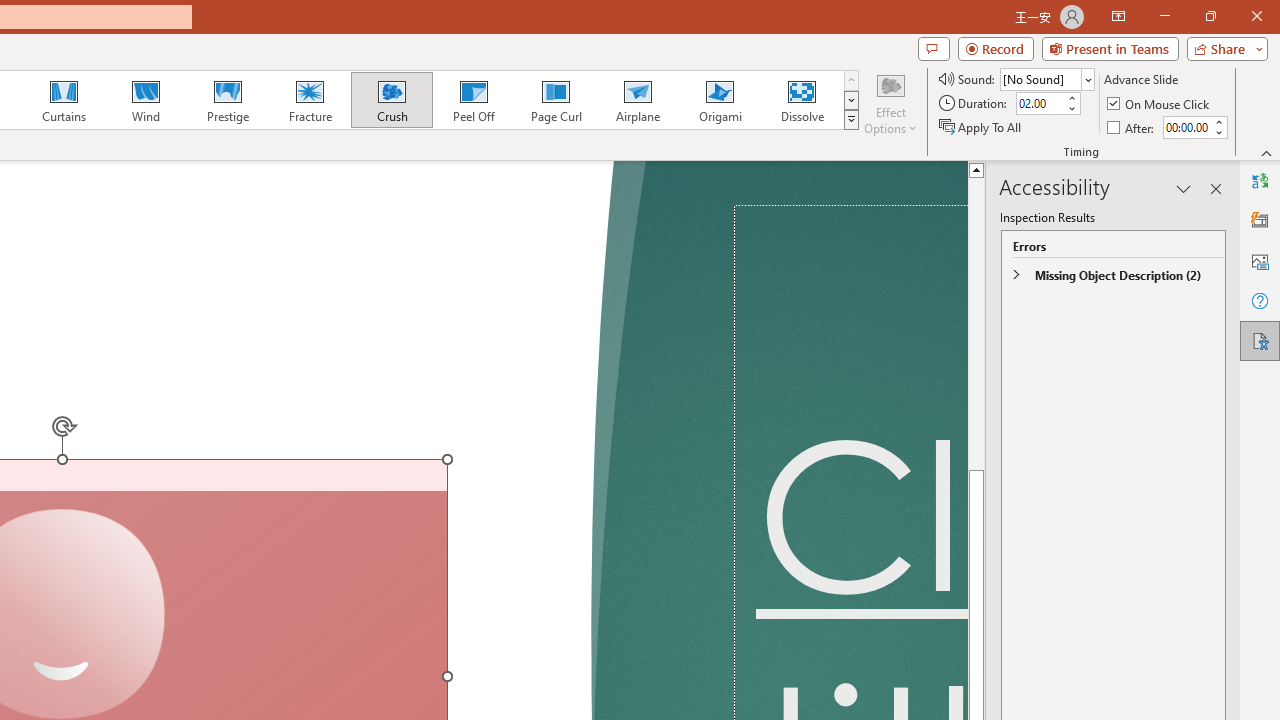 The height and width of the screenshot is (720, 1280). I want to click on 'Crush', so click(391, 100).